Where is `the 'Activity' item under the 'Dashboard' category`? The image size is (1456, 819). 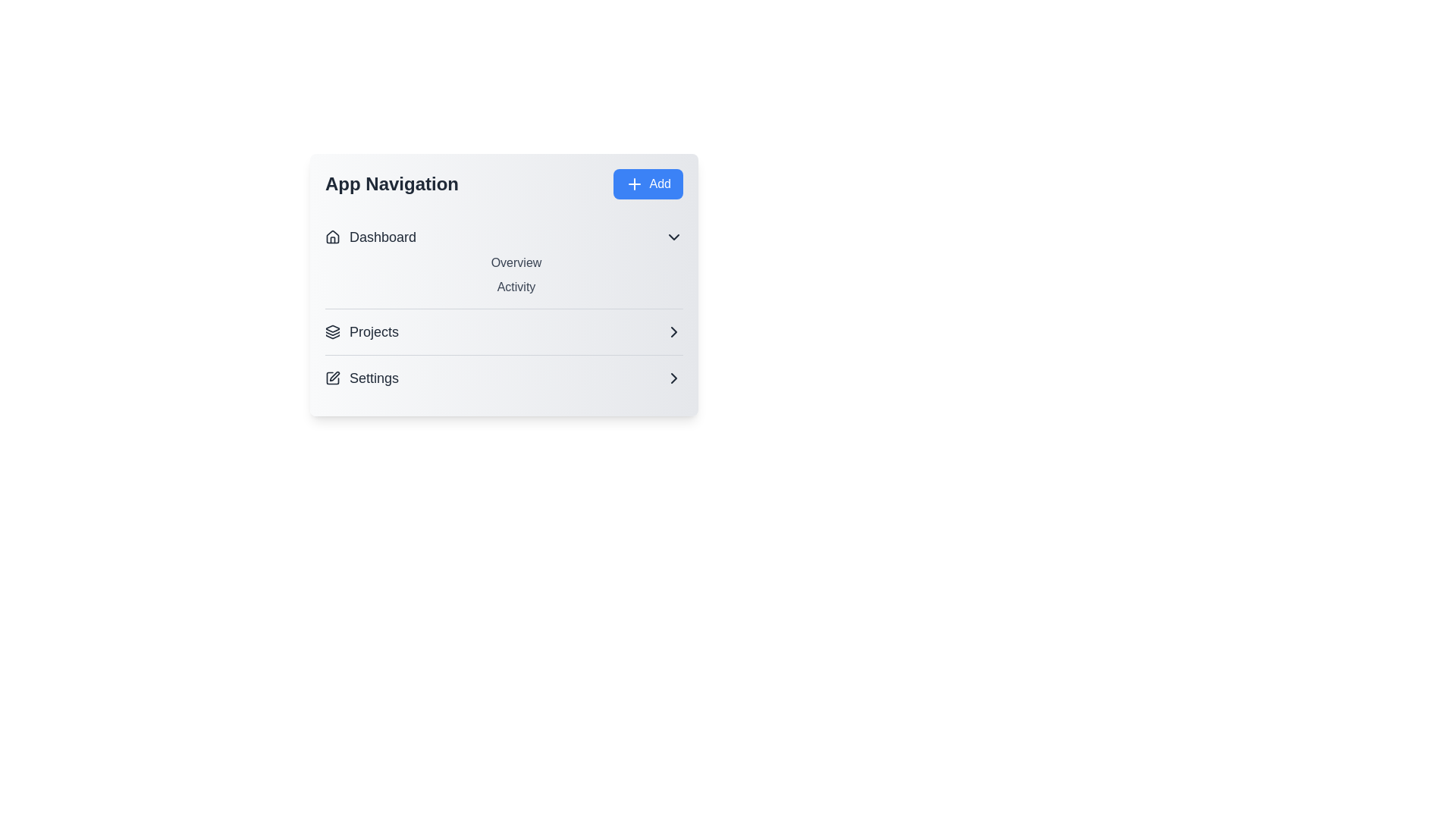
the 'Activity' item under the 'Dashboard' category is located at coordinates (516, 287).